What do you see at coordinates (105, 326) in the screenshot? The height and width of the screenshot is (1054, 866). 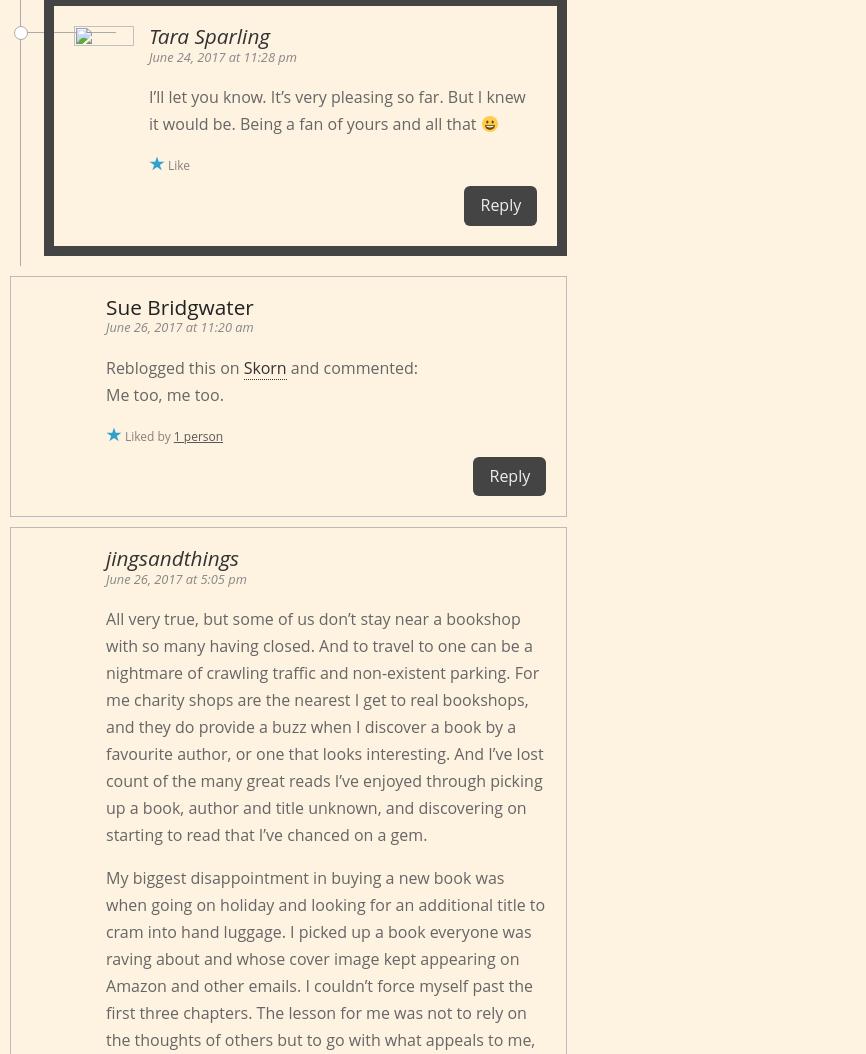 I see `'June 26, 2017 at 11:20 am'` at bounding box center [105, 326].